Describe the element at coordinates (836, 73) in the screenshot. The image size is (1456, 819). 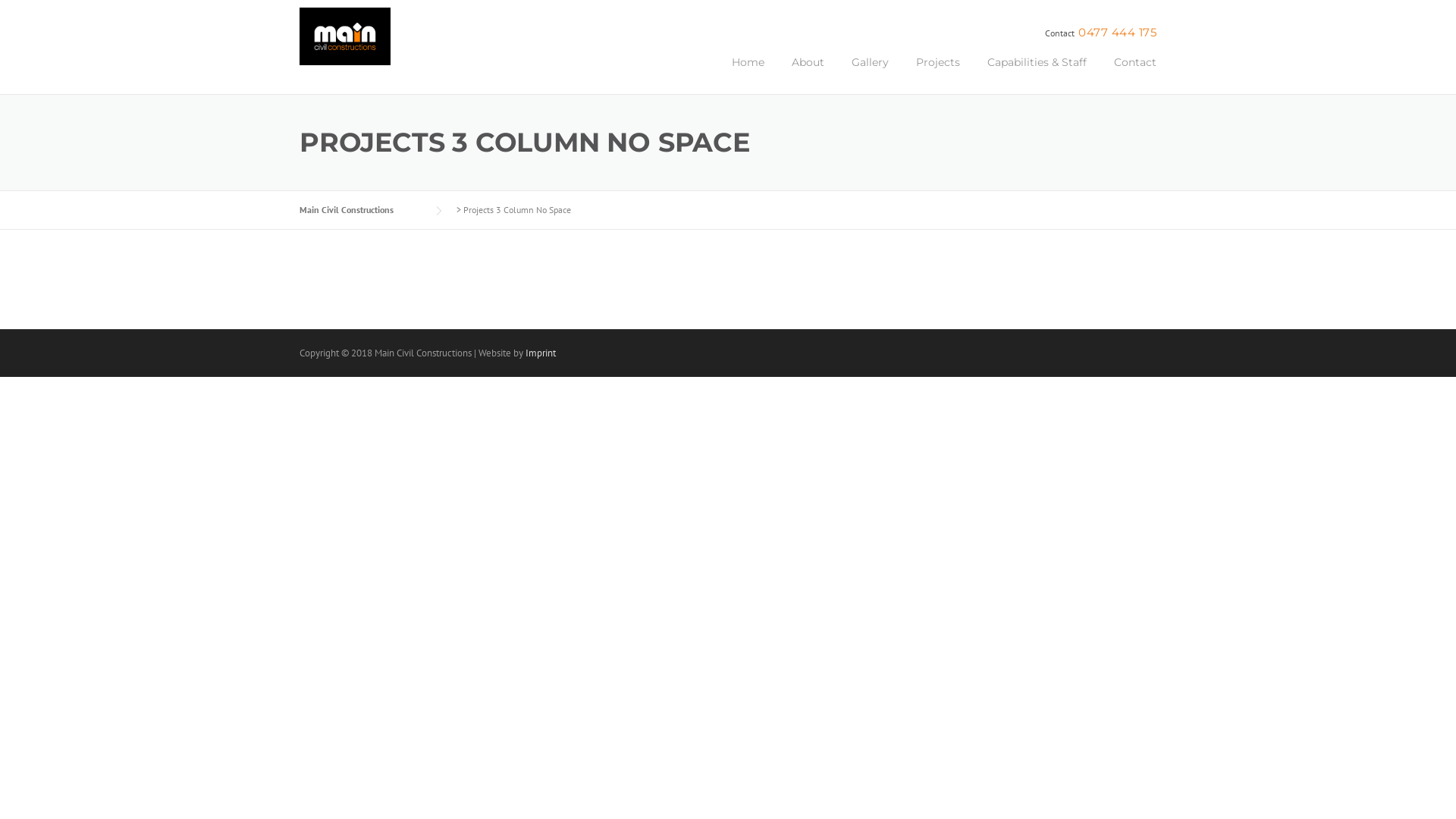
I see `'Gallery'` at that location.